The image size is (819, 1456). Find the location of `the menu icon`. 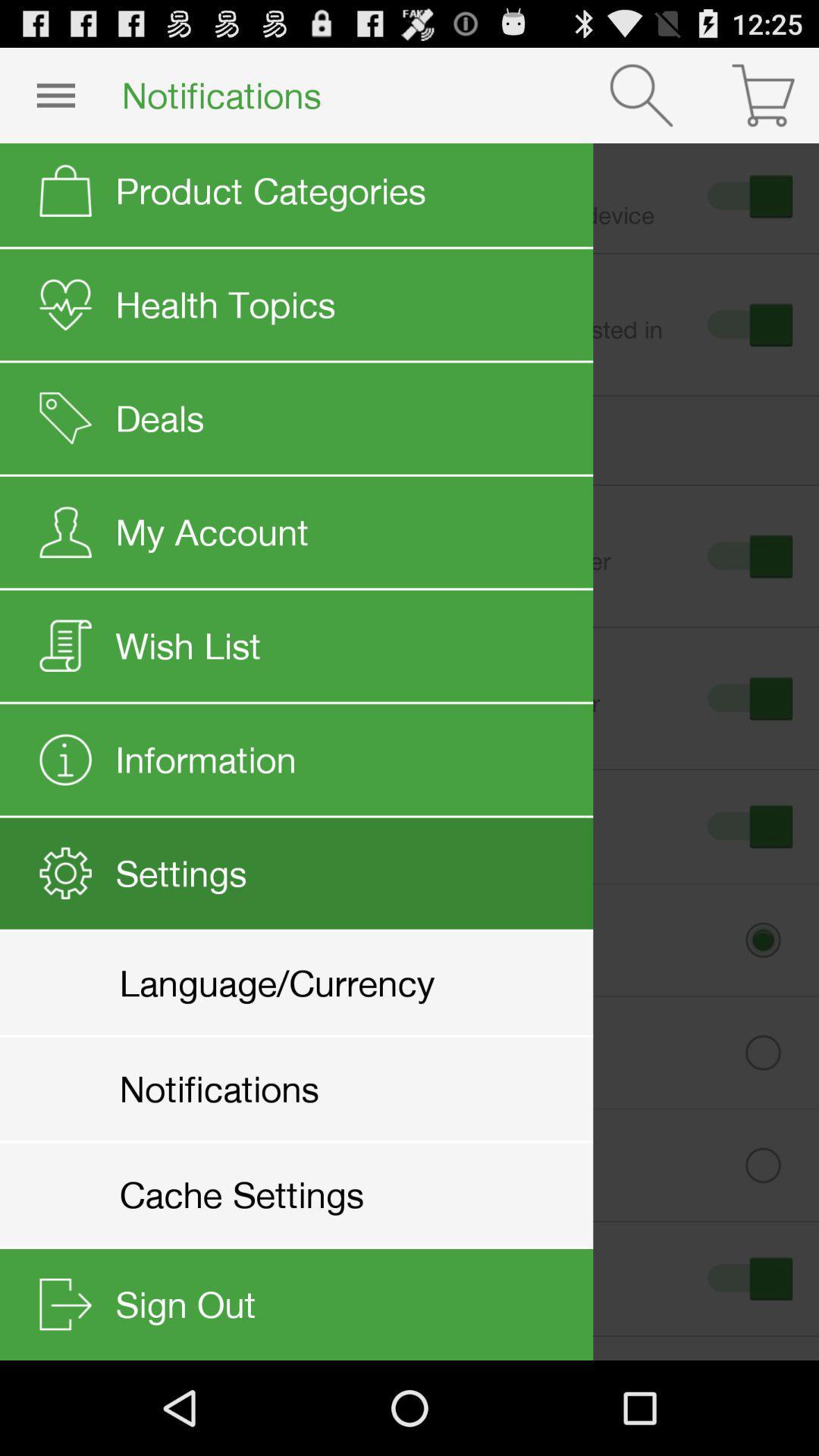

the menu icon is located at coordinates (55, 101).